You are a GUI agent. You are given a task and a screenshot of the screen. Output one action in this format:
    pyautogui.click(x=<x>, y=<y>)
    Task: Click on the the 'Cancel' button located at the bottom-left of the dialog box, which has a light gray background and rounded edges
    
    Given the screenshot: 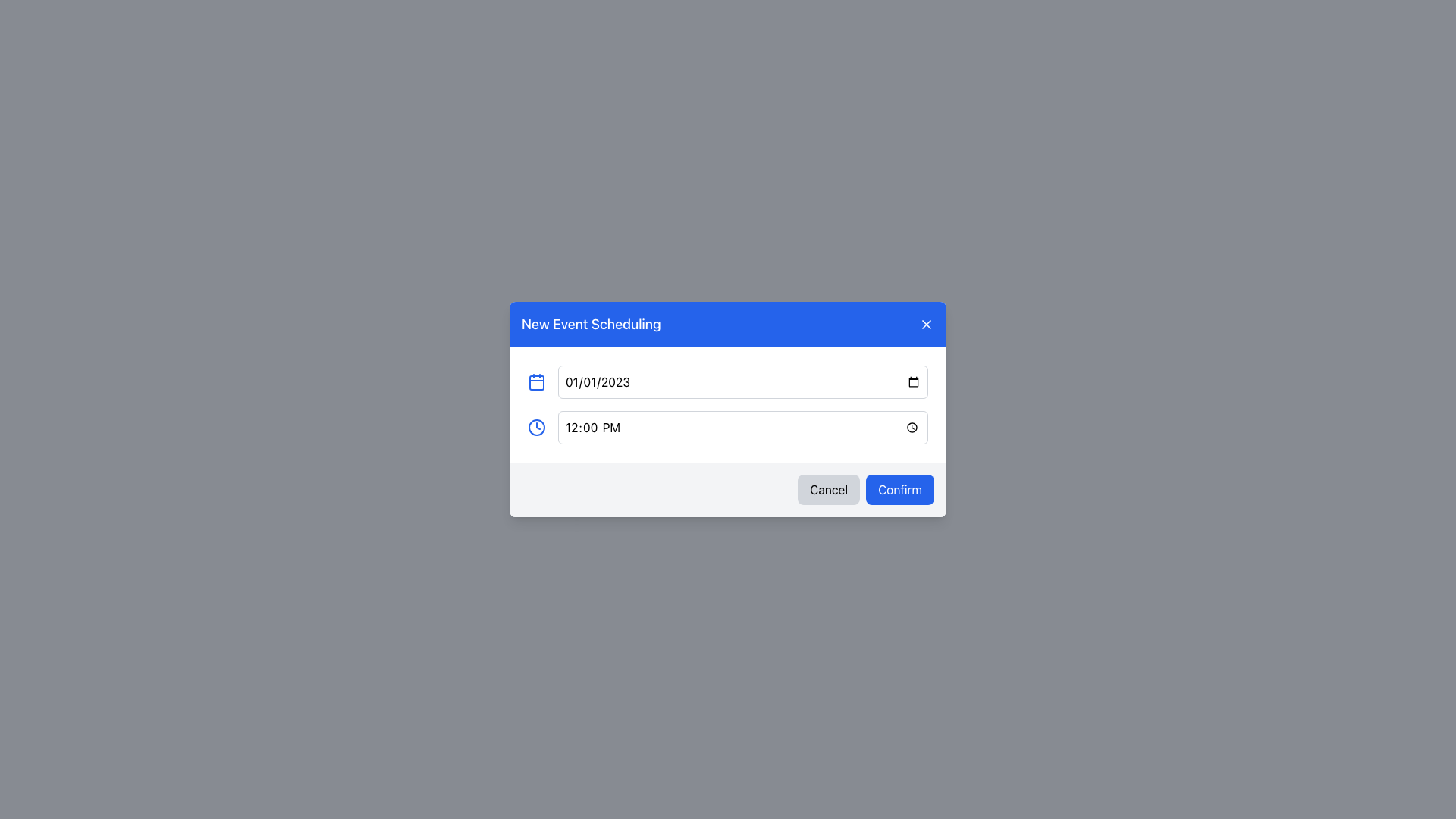 What is the action you would take?
    pyautogui.click(x=828, y=489)
    